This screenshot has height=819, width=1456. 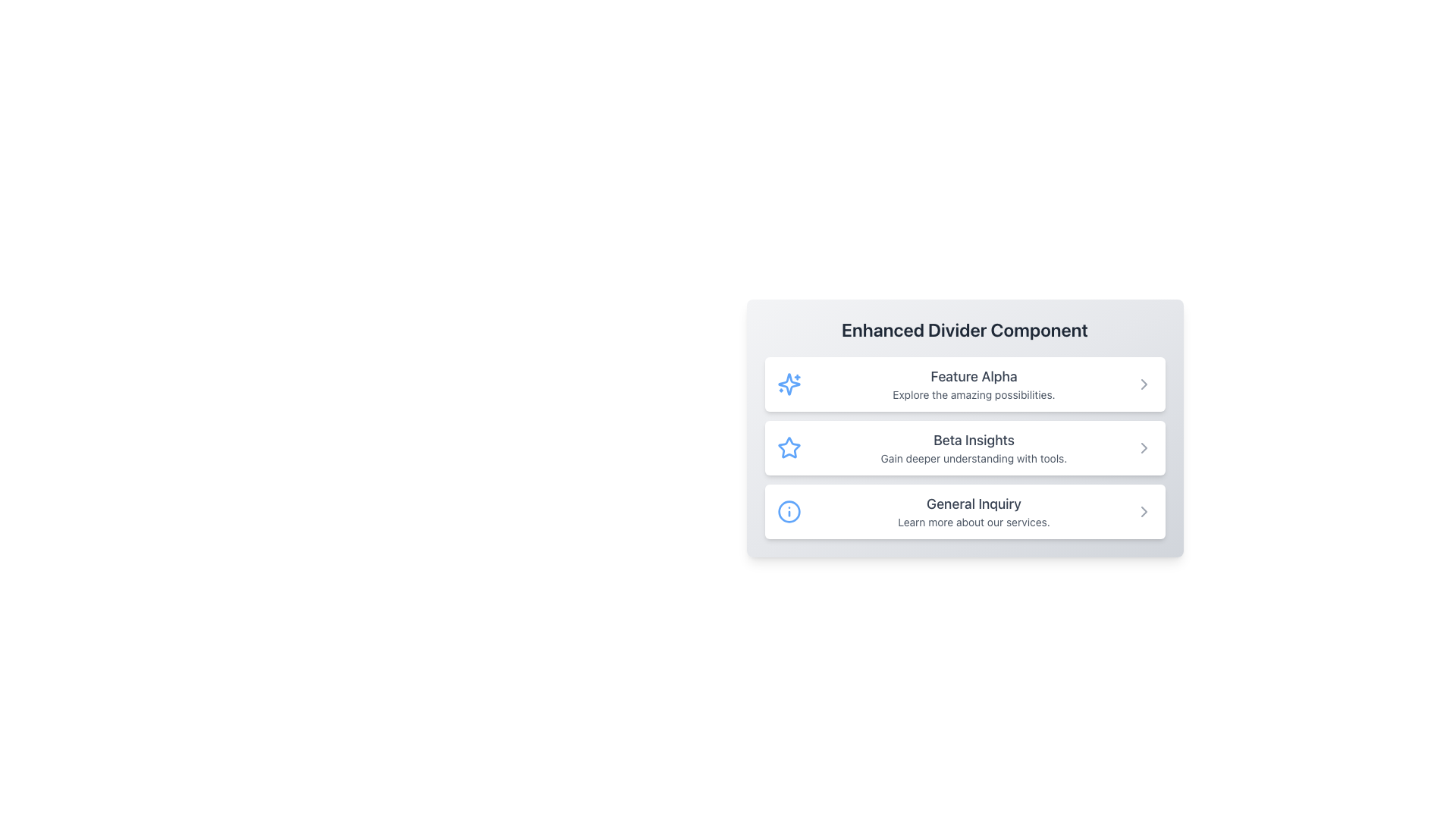 What do you see at coordinates (974, 394) in the screenshot?
I see `informational text label that serves as a descriptive subtitle for the 'Feature Alpha' feature, positioned underneath it within the 'Enhanced Divider Component'` at bounding box center [974, 394].